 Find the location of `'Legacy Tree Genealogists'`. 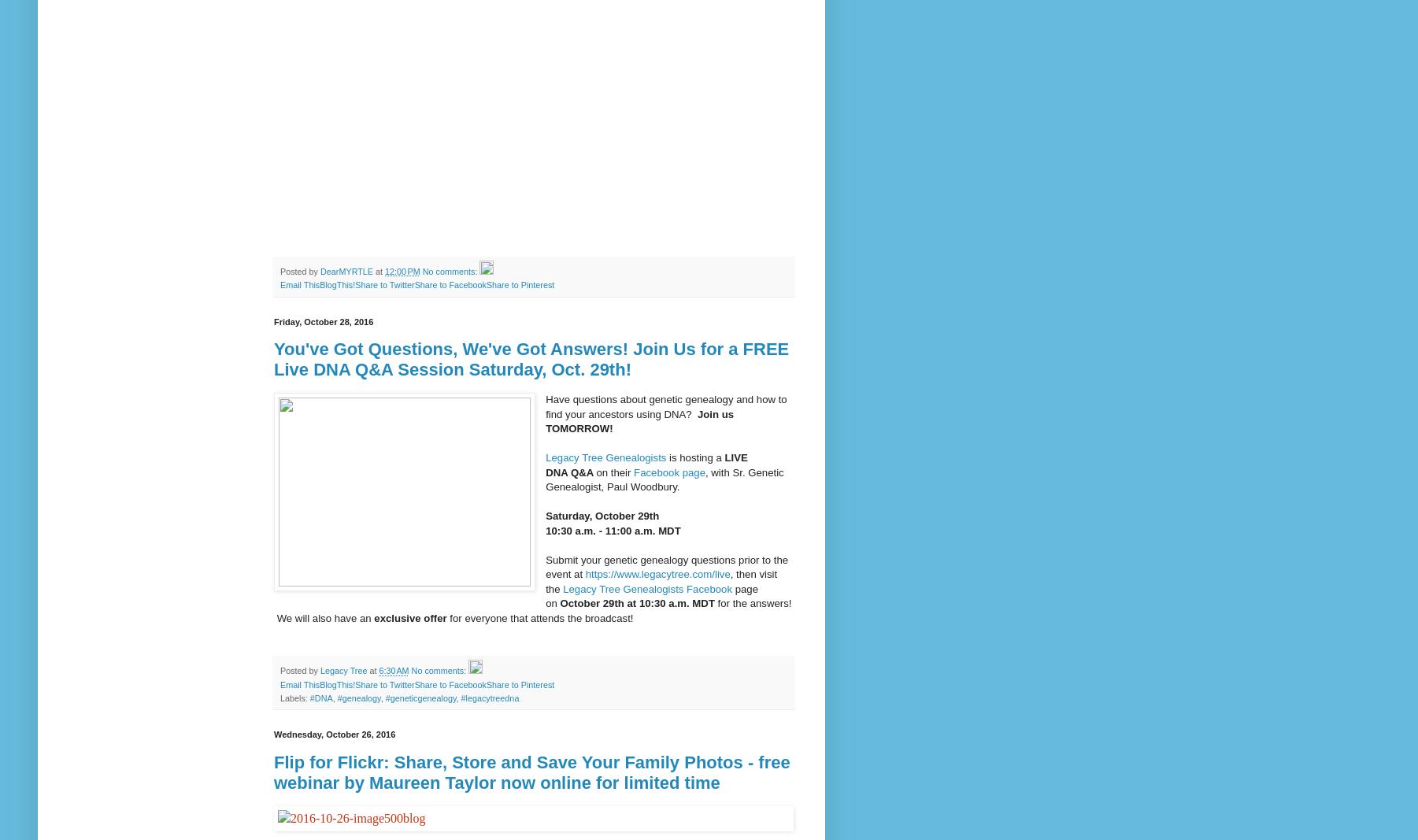

'Legacy Tree Genealogists' is located at coordinates (605, 457).